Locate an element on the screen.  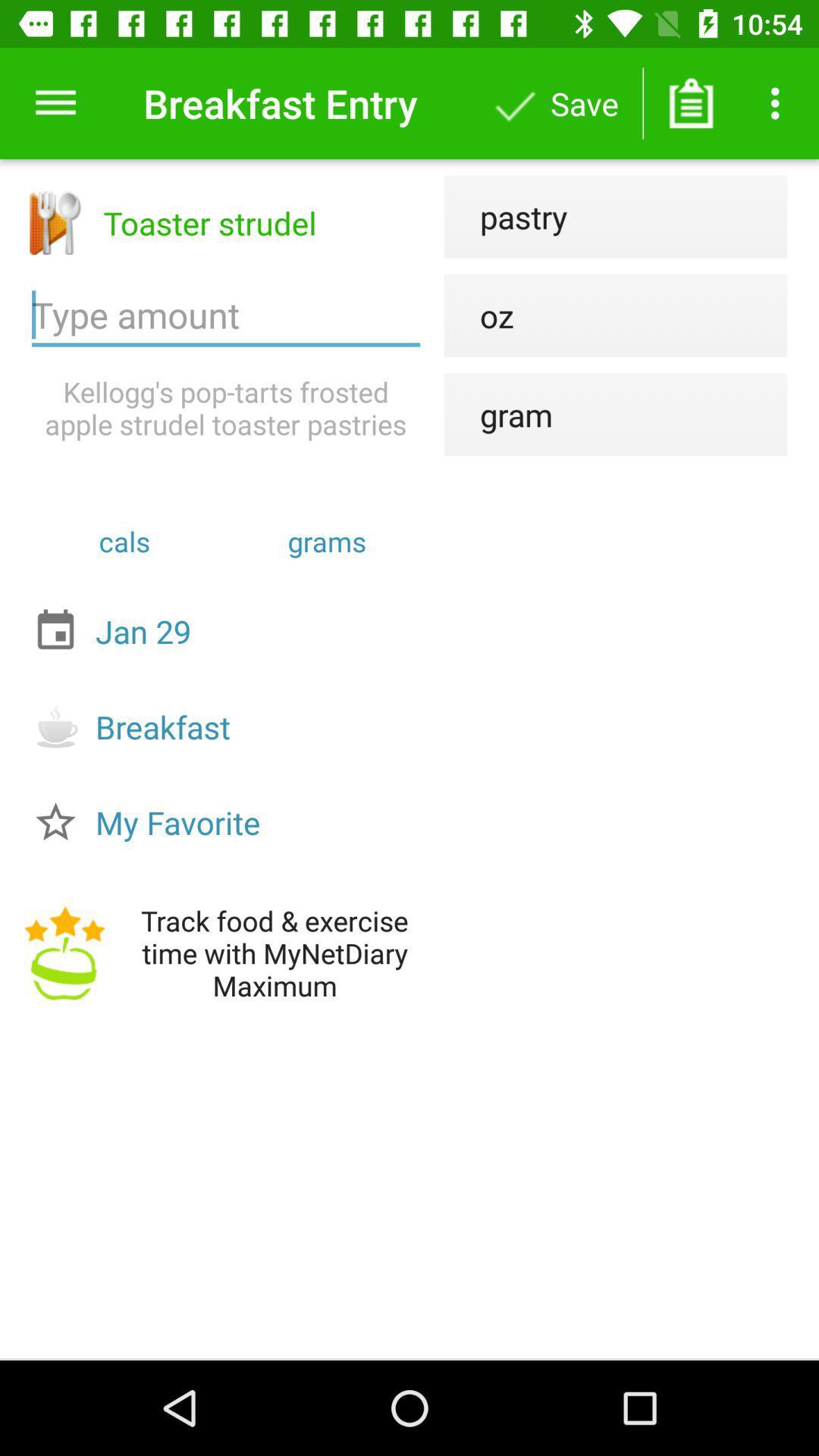
the   oz icon is located at coordinates (479, 315).